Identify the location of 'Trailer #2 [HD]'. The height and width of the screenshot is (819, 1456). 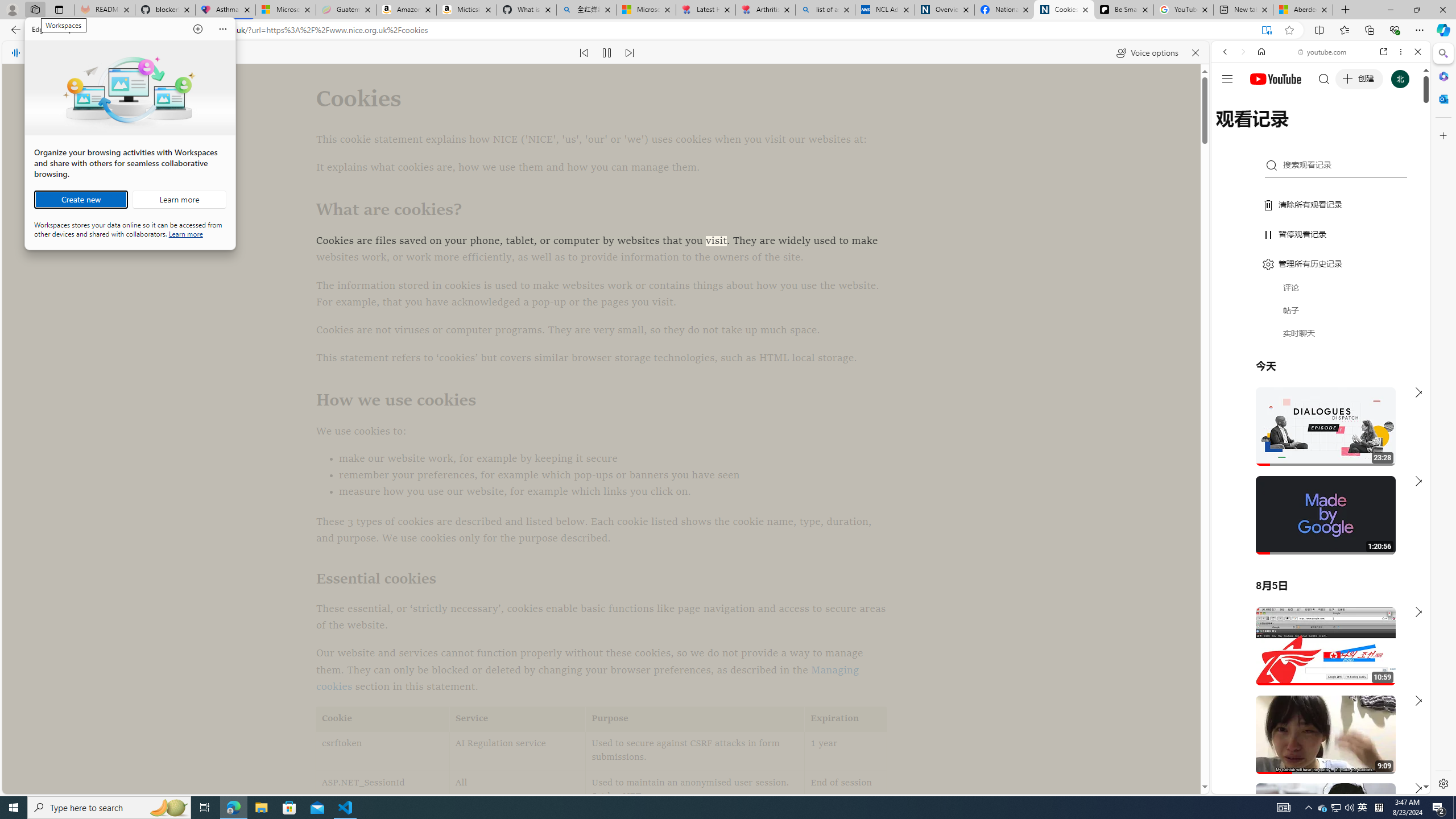
(1319, 336).